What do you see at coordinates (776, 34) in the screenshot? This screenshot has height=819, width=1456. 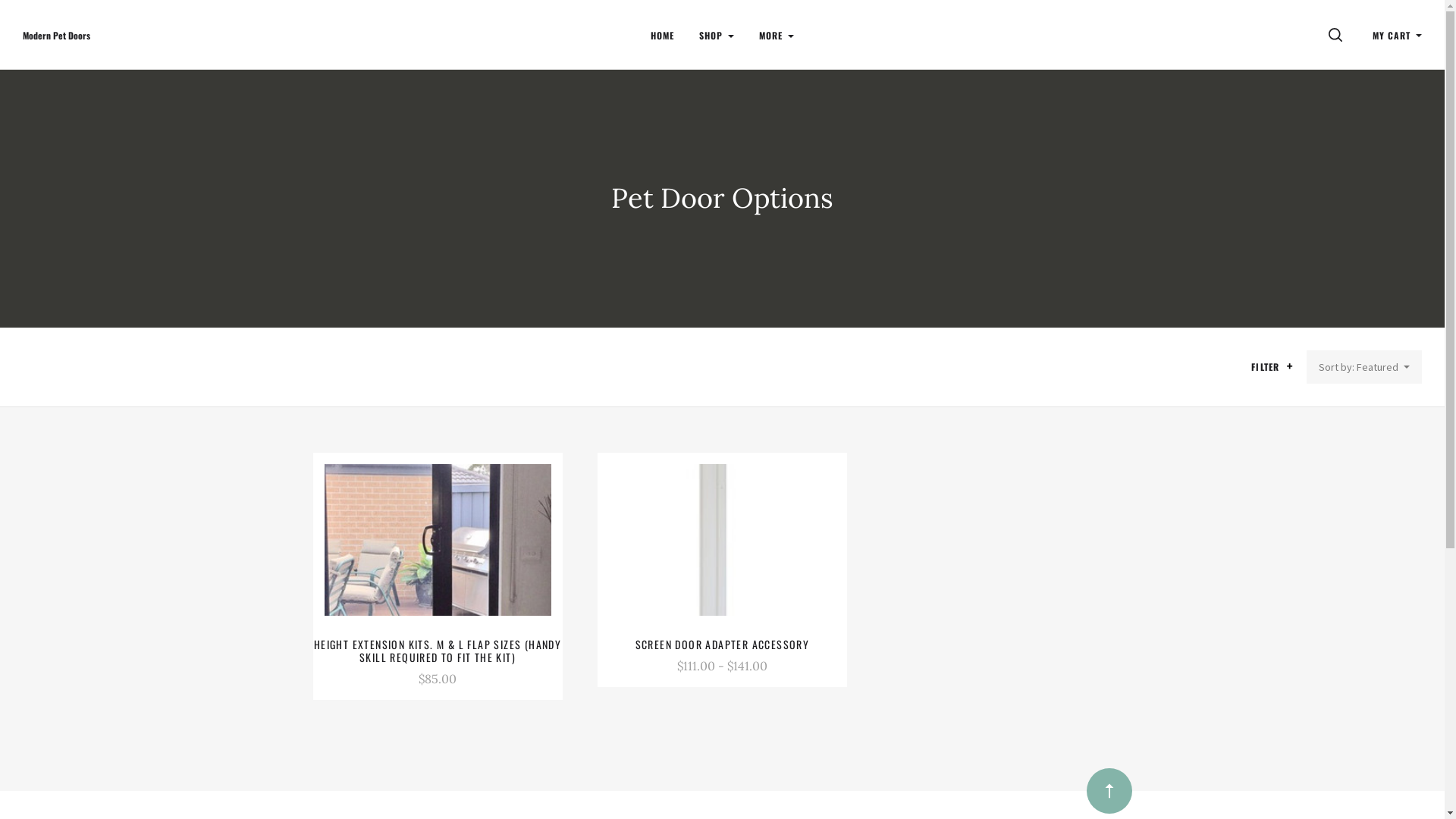 I see `'MORE'` at bounding box center [776, 34].